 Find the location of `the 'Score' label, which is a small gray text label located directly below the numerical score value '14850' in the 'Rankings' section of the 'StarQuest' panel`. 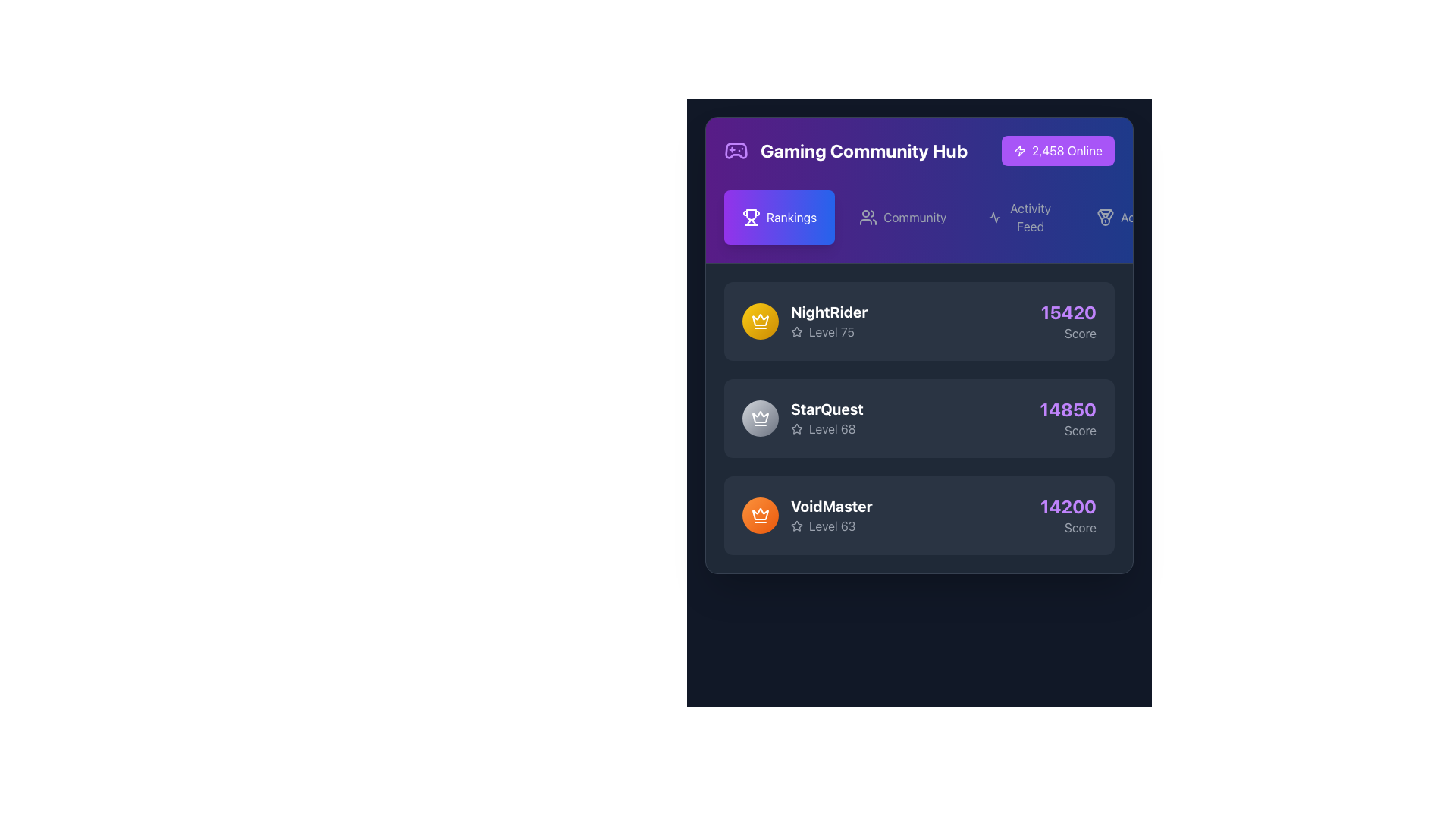

the 'Score' label, which is a small gray text label located directly below the numerical score value '14850' in the 'Rankings' section of the 'StarQuest' panel is located at coordinates (1067, 430).